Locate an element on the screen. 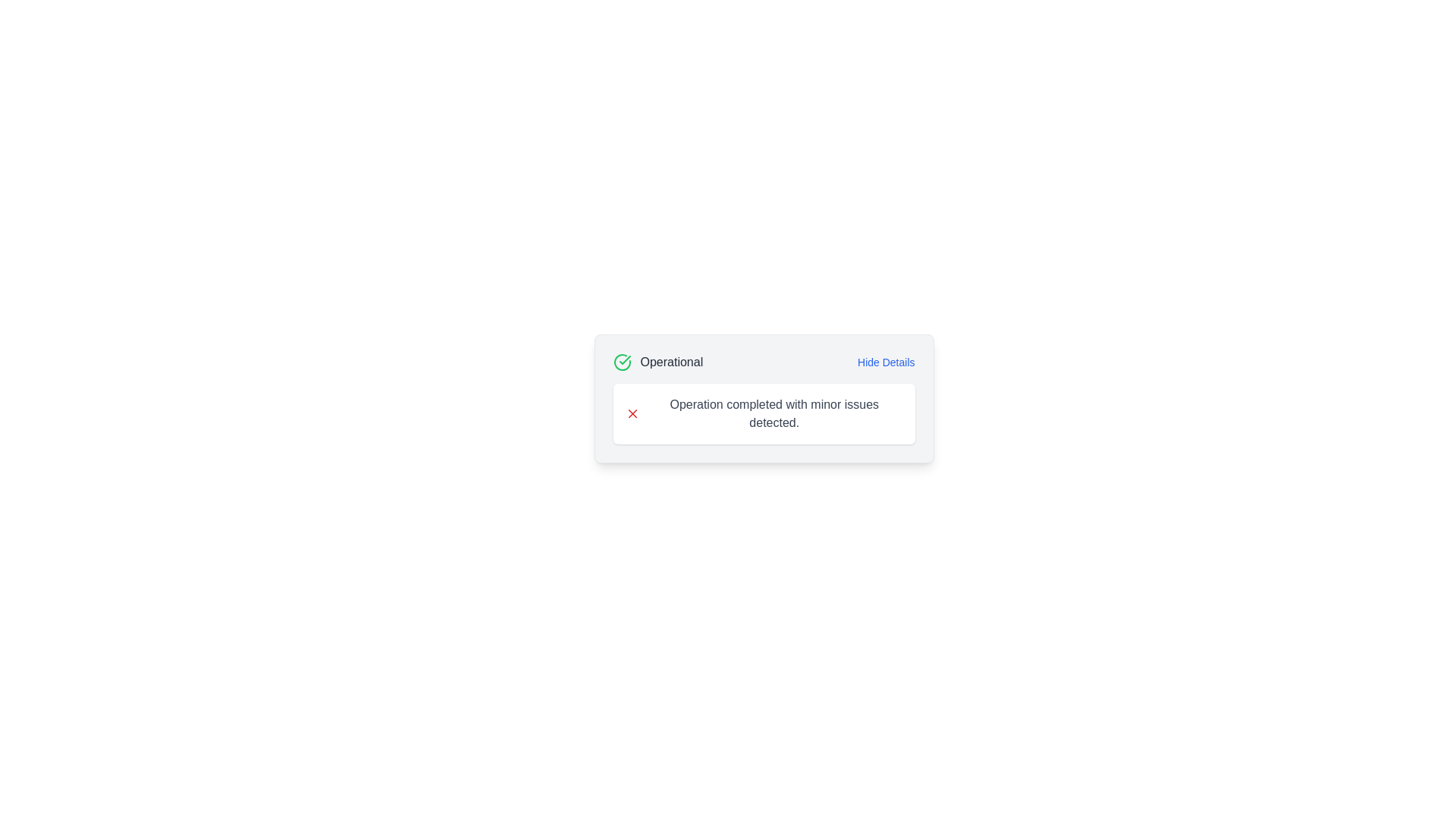  displayed message from the status text located within the notification card below the header 'Operational', which is right-aligned with a red 'X' icon to its left is located at coordinates (774, 414).